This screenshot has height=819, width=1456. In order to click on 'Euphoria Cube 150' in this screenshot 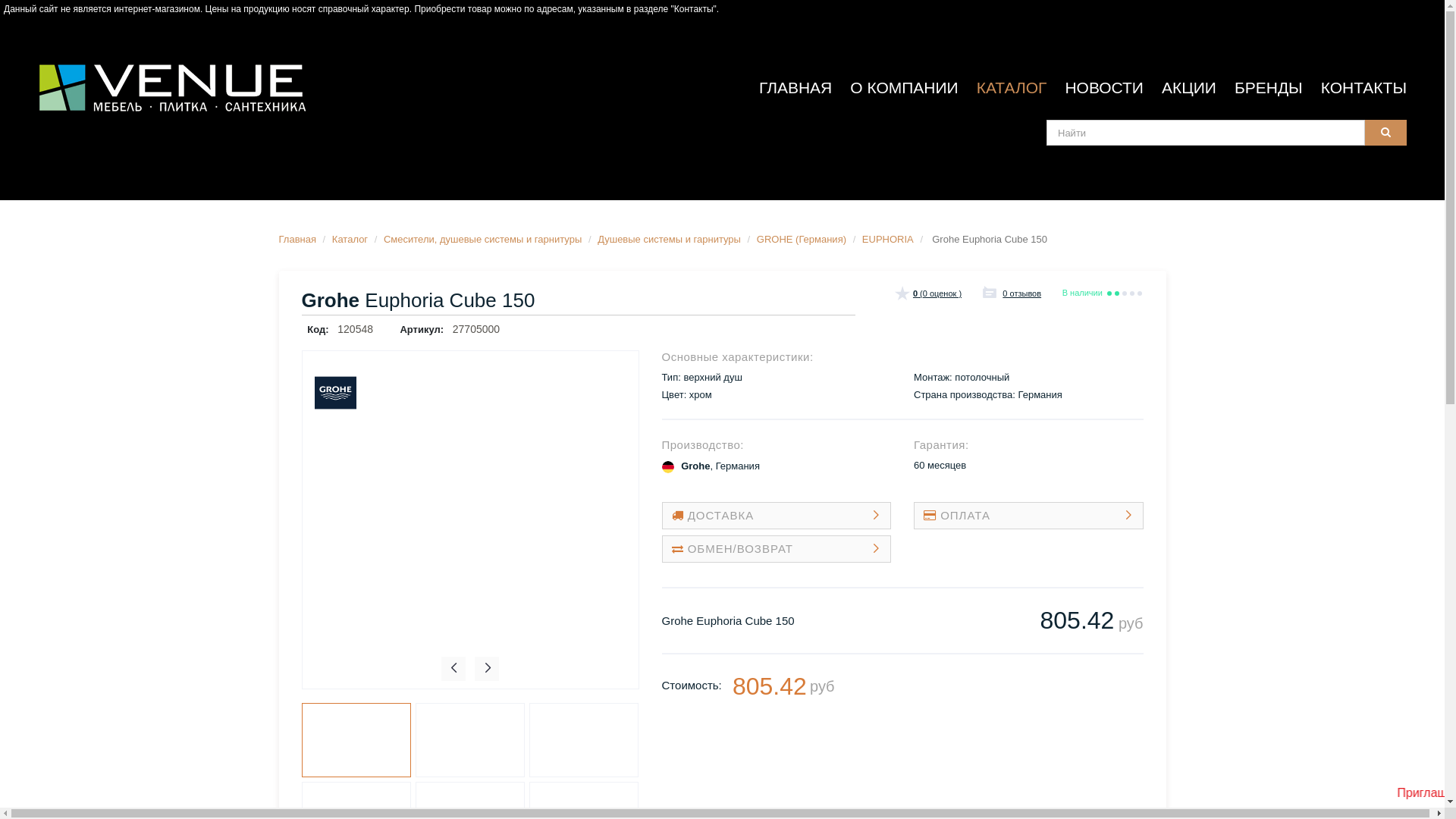, I will do `click(356, 739)`.